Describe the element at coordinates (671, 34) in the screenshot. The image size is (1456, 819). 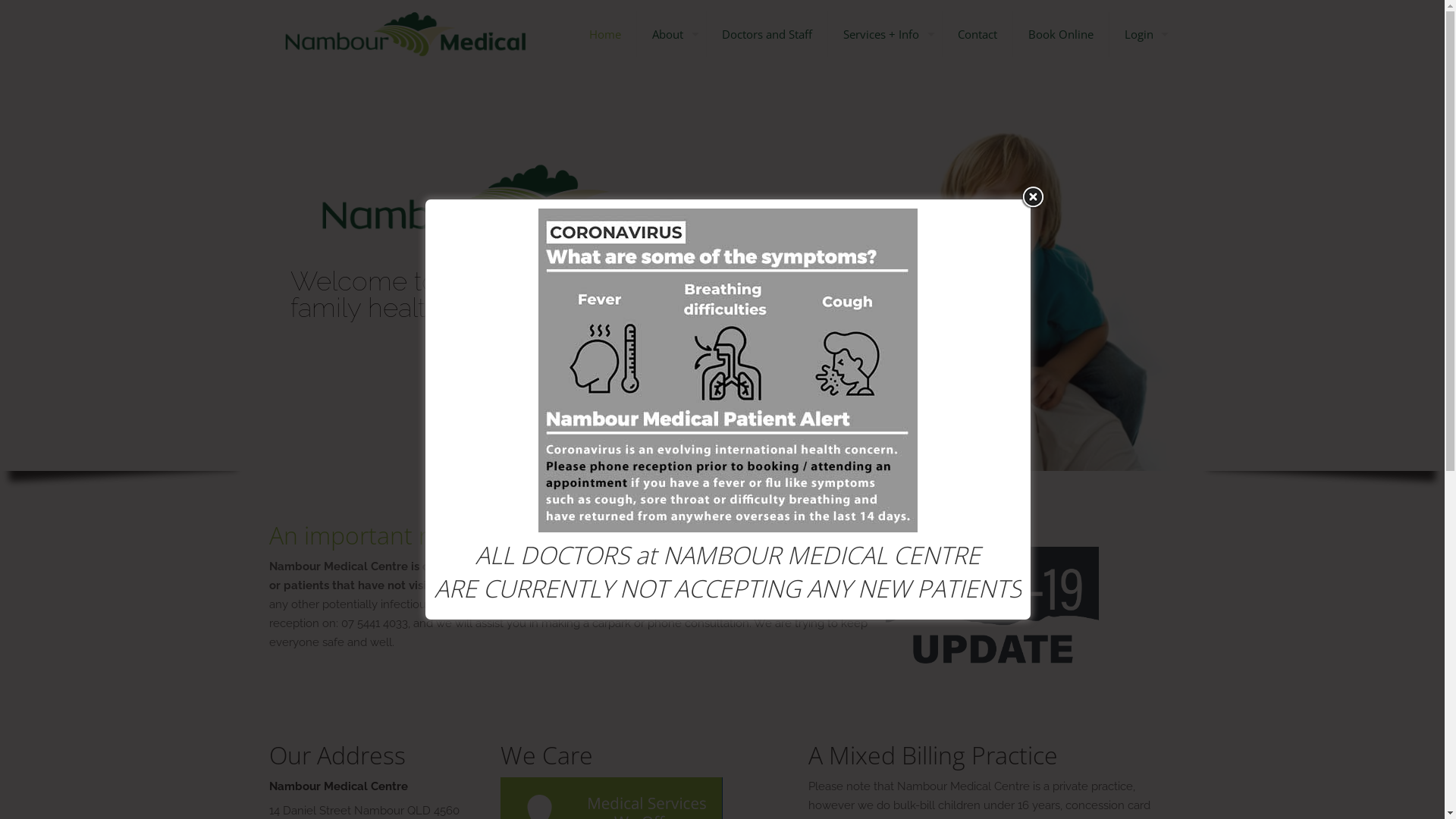
I see `'About'` at that location.